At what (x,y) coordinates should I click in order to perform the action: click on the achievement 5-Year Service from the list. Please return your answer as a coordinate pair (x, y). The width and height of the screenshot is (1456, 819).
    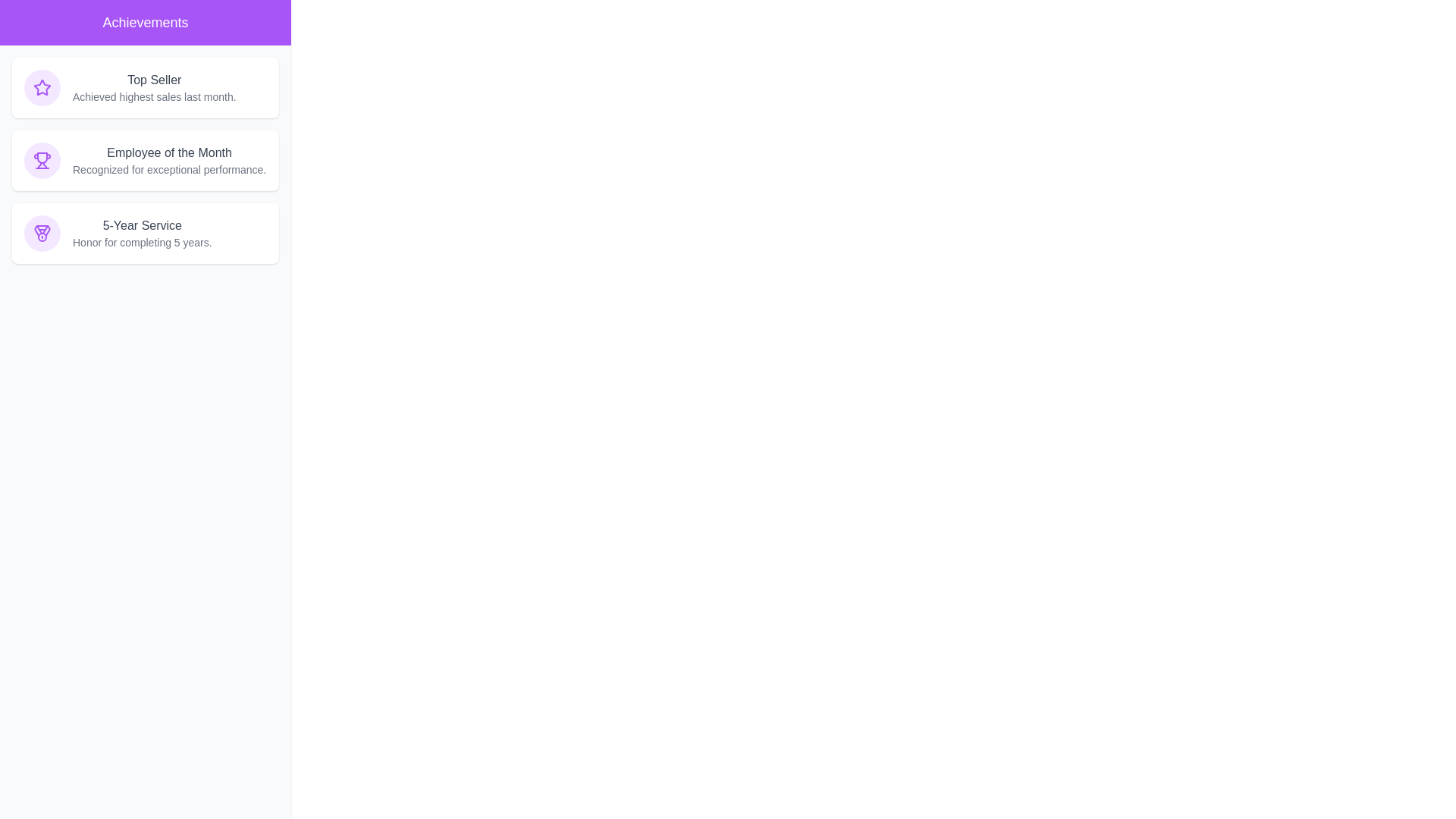
    Looking at the image, I should click on (146, 234).